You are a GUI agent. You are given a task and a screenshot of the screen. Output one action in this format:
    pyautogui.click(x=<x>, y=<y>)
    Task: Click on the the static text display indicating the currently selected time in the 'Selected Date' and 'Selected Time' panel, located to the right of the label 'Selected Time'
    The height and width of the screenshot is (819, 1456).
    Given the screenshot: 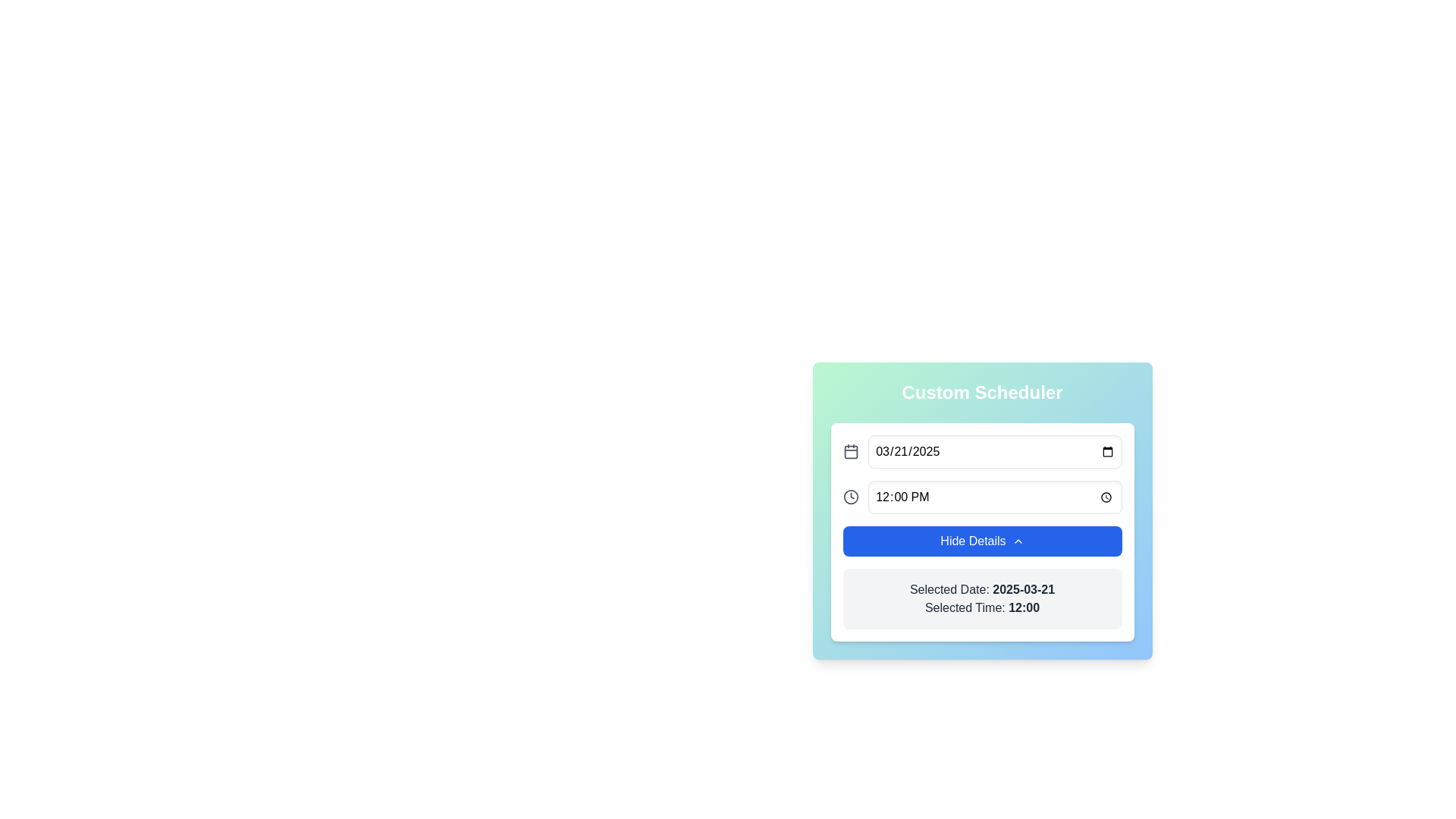 What is the action you would take?
    pyautogui.click(x=1024, y=607)
    